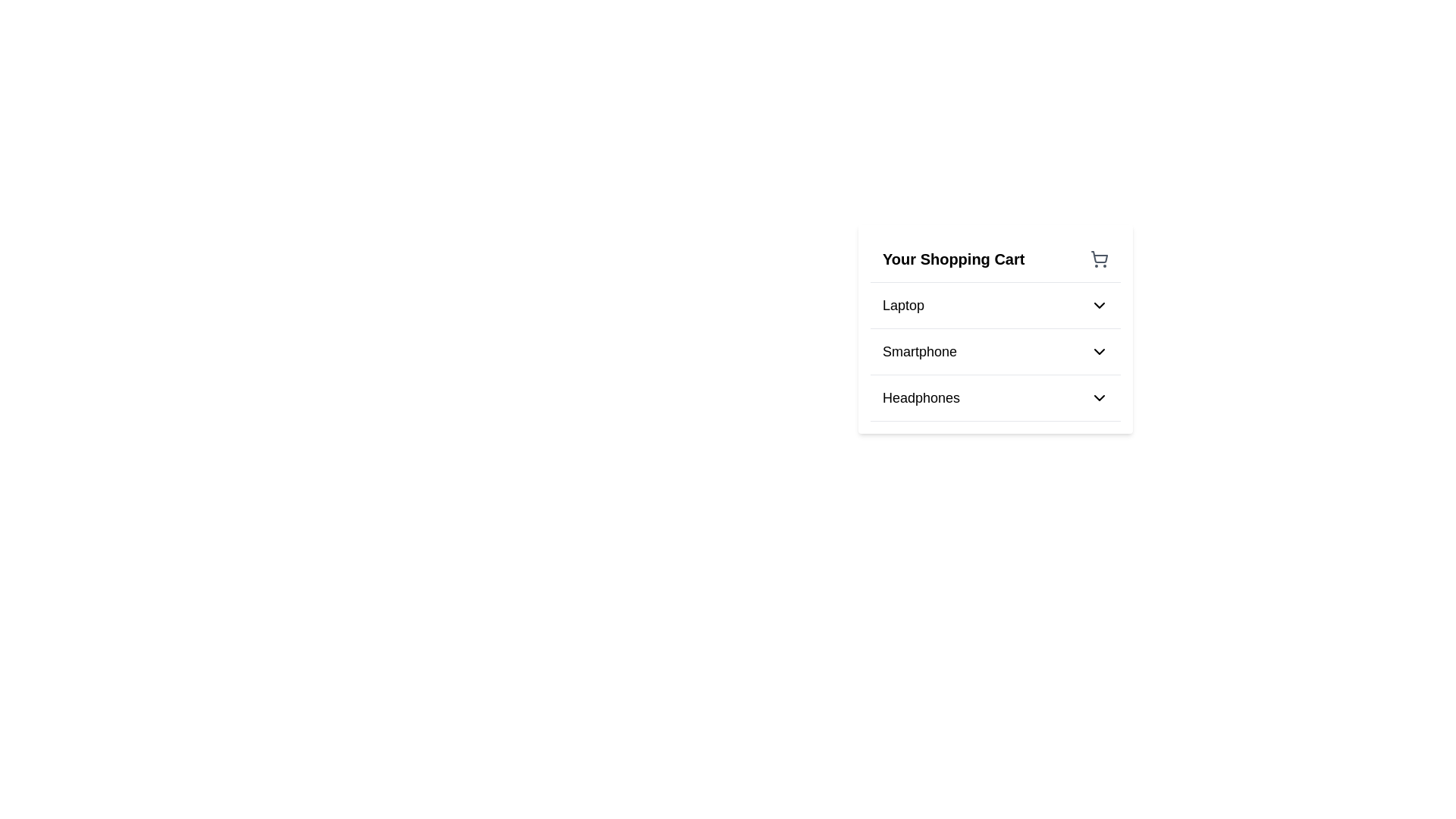 Image resolution: width=1456 pixels, height=819 pixels. Describe the element at coordinates (903, 305) in the screenshot. I see `the first text label in the list under 'Your Shopping Cart', which describes the associated item or category` at that location.